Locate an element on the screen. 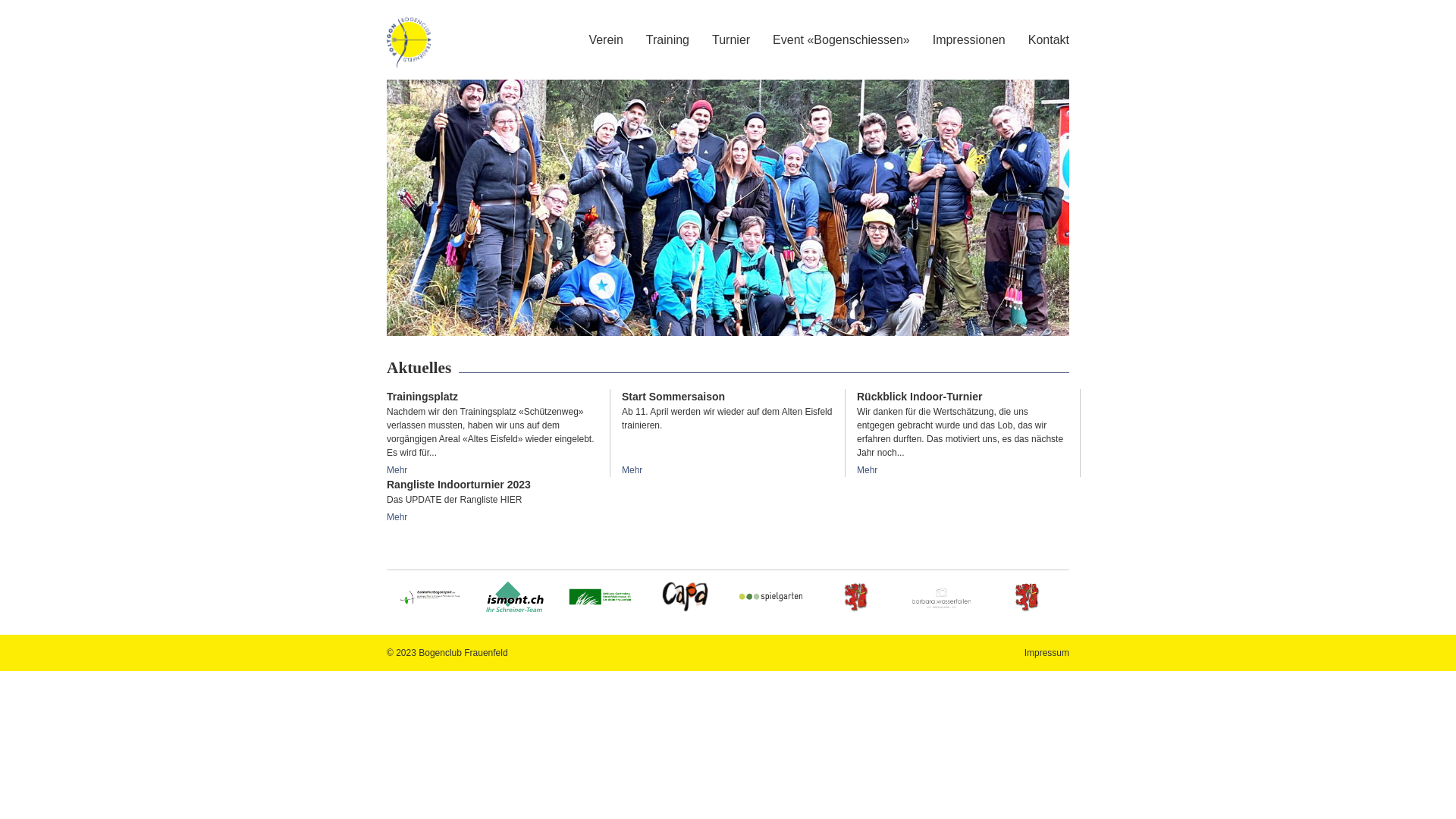  'Verein' is located at coordinates (604, 39).